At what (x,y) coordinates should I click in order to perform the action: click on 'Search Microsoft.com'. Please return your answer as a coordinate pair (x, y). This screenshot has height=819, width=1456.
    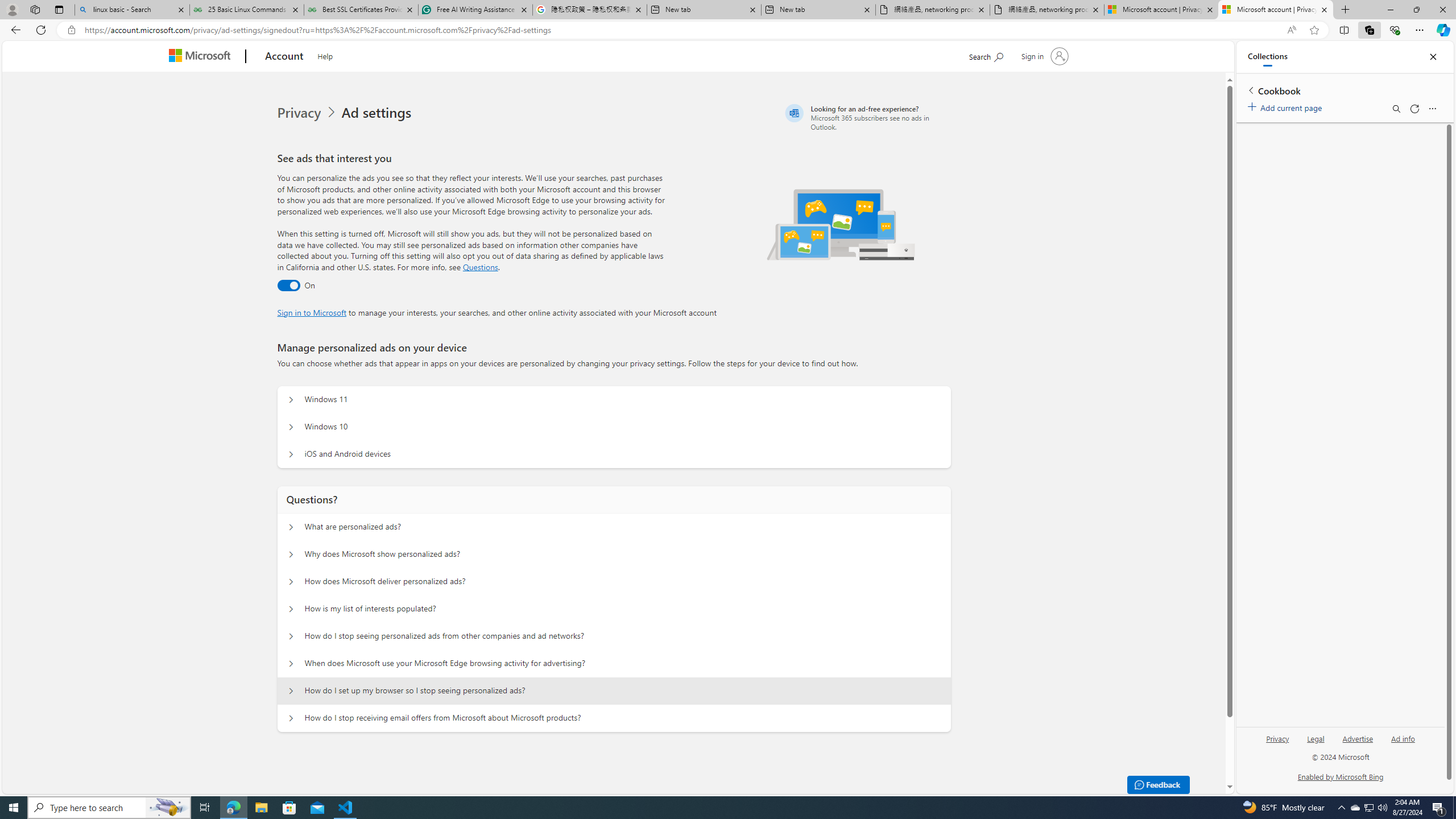
    Looking at the image, I should click on (986, 55).